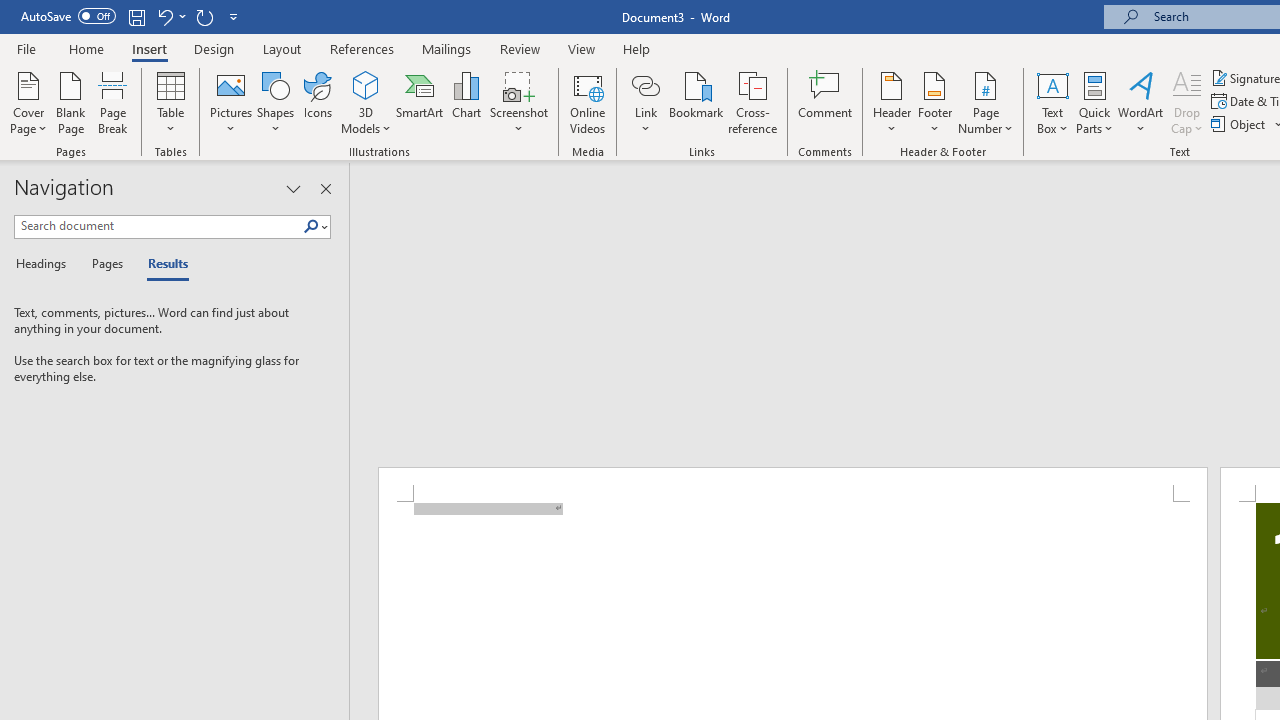 This screenshot has width=1280, height=720. Describe the element at coordinates (164, 16) in the screenshot. I see `'Undo New Page'` at that location.